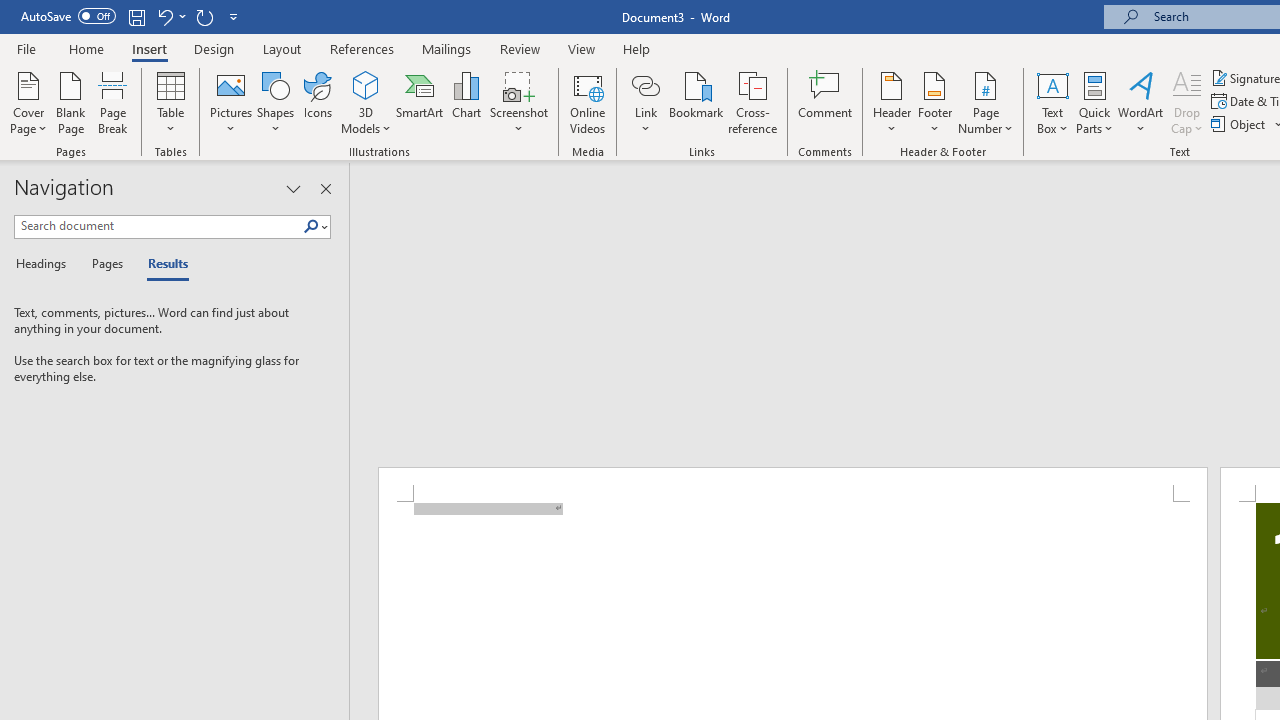 This screenshot has width=1280, height=720. Describe the element at coordinates (164, 16) in the screenshot. I see `'Undo New Page'` at that location.